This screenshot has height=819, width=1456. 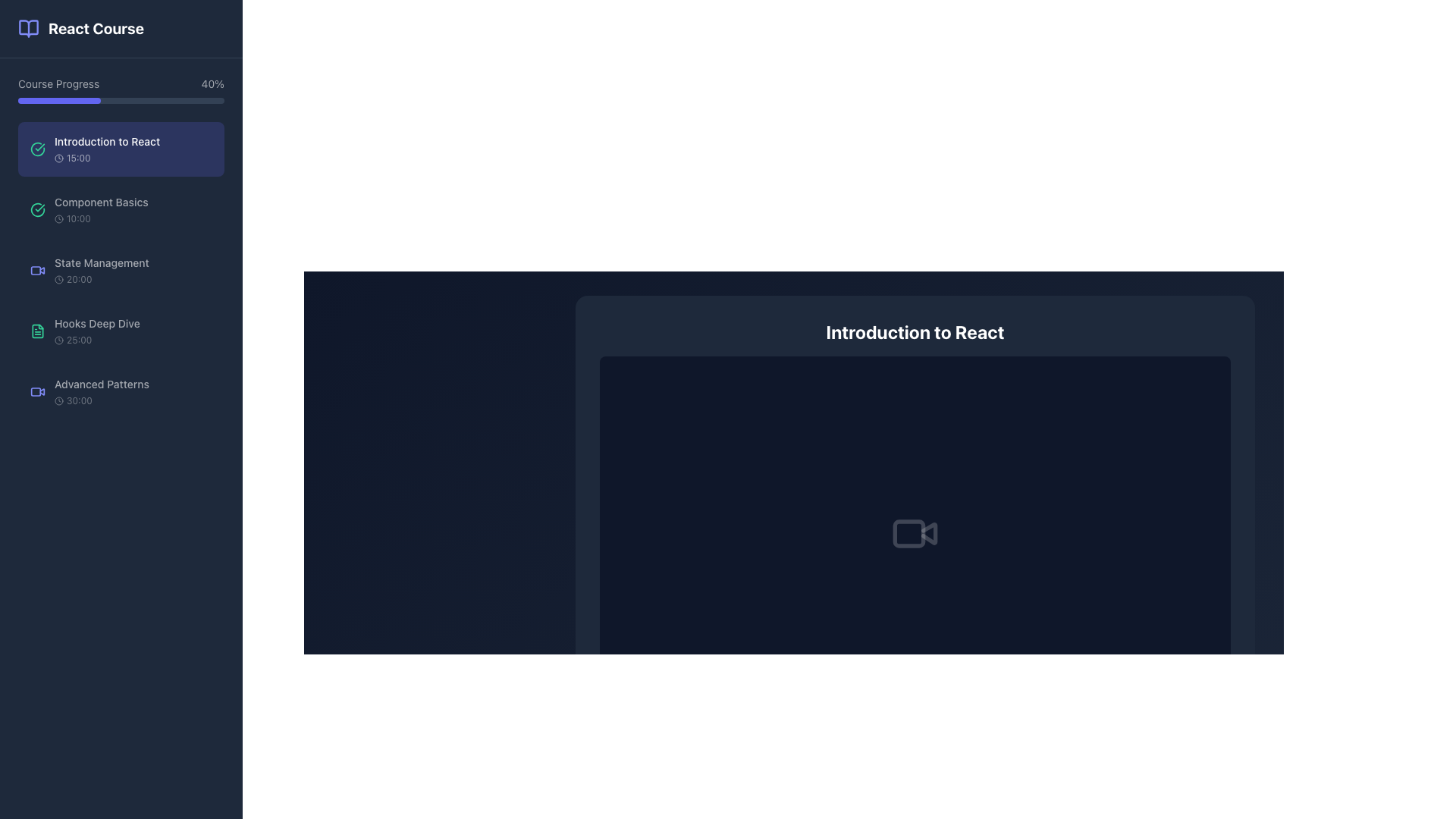 What do you see at coordinates (133, 270) in the screenshot?
I see `the 'State Management' course module in the sidebar, which is the third item under 'Course Progress'` at bounding box center [133, 270].